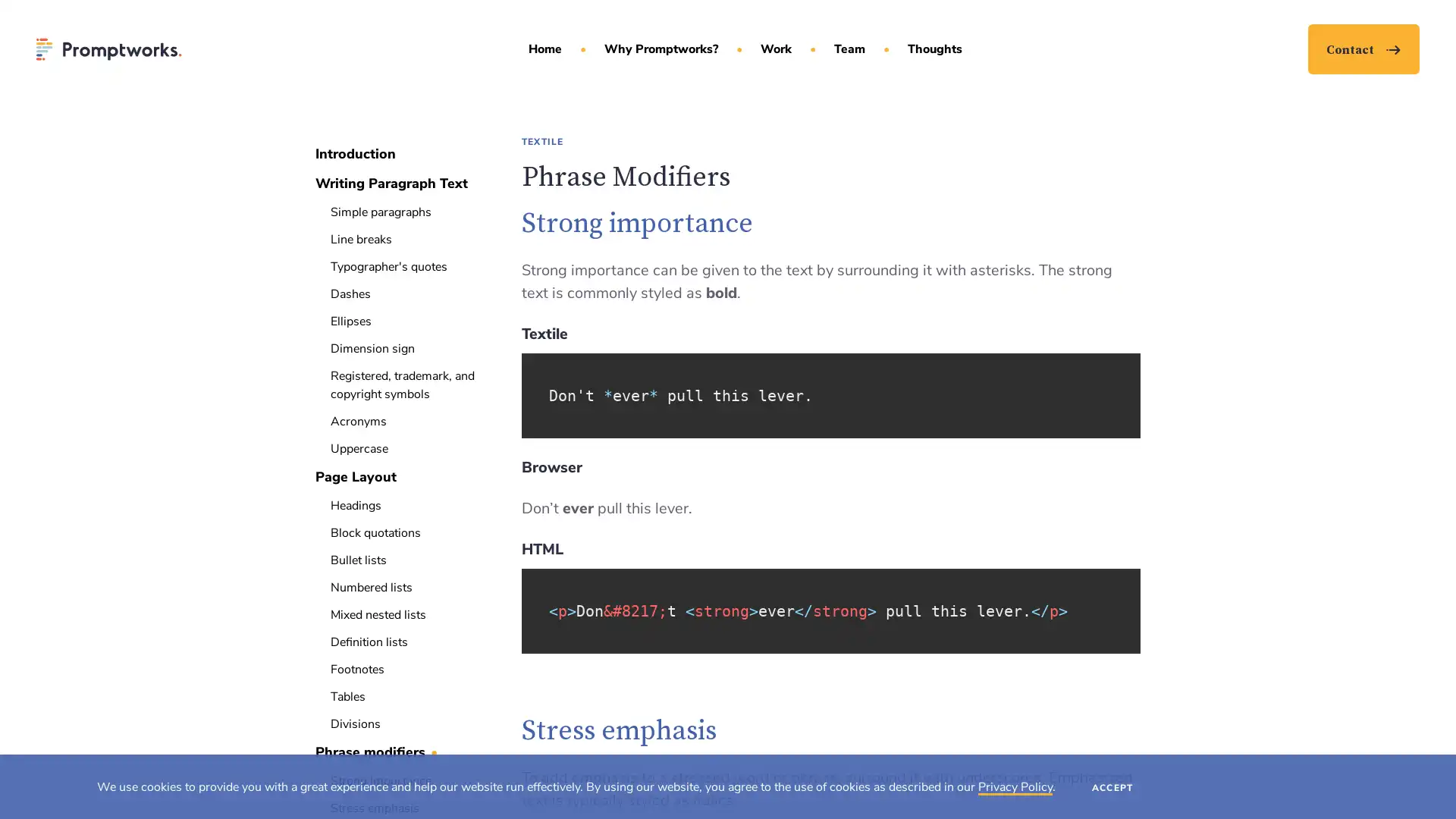 This screenshot has width=1456, height=819. What do you see at coordinates (775, 49) in the screenshot?
I see `Work` at bounding box center [775, 49].